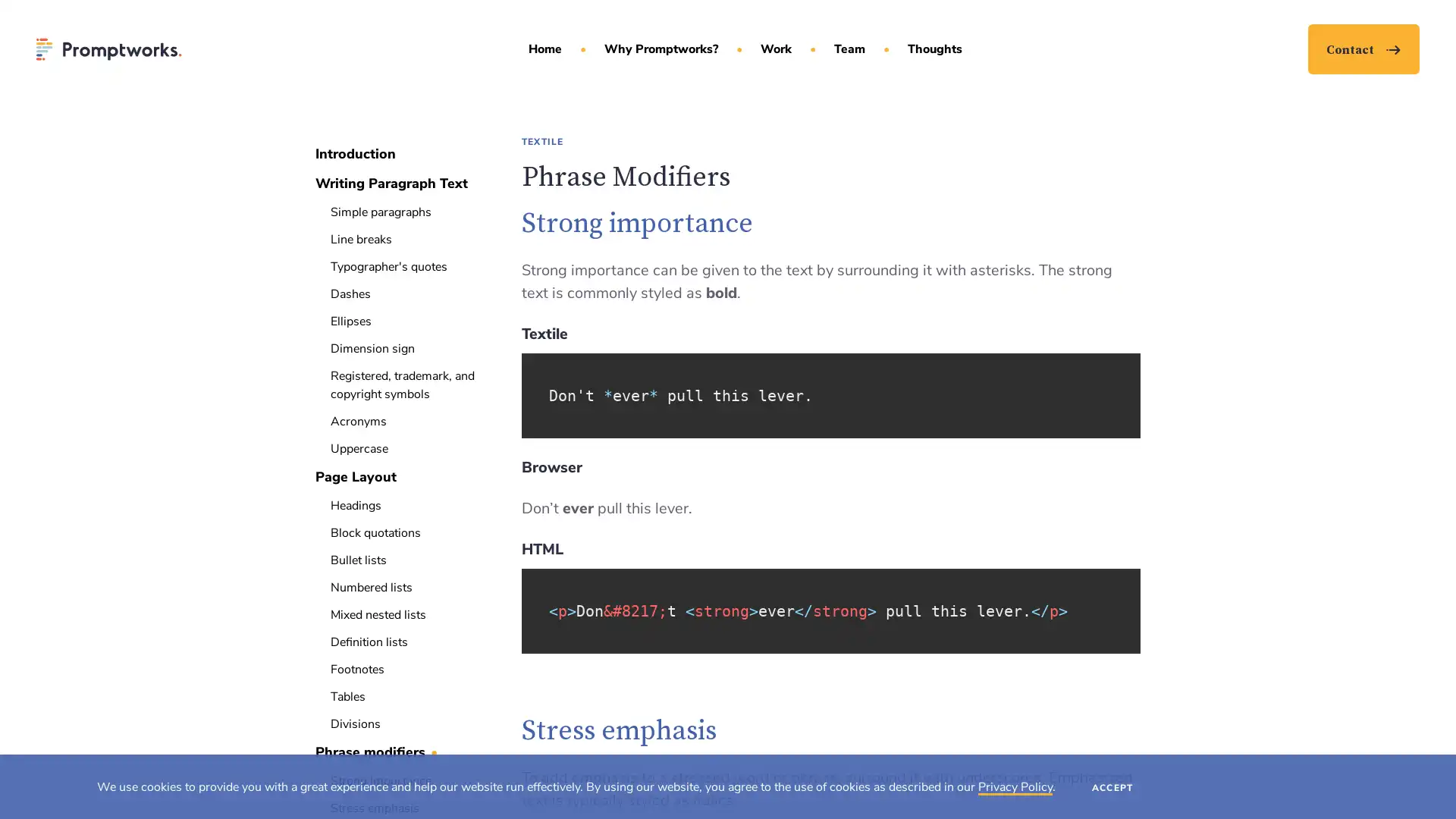 This screenshot has width=1456, height=819. What do you see at coordinates (775, 49) in the screenshot?
I see `Work` at bounding box center [775, 49].